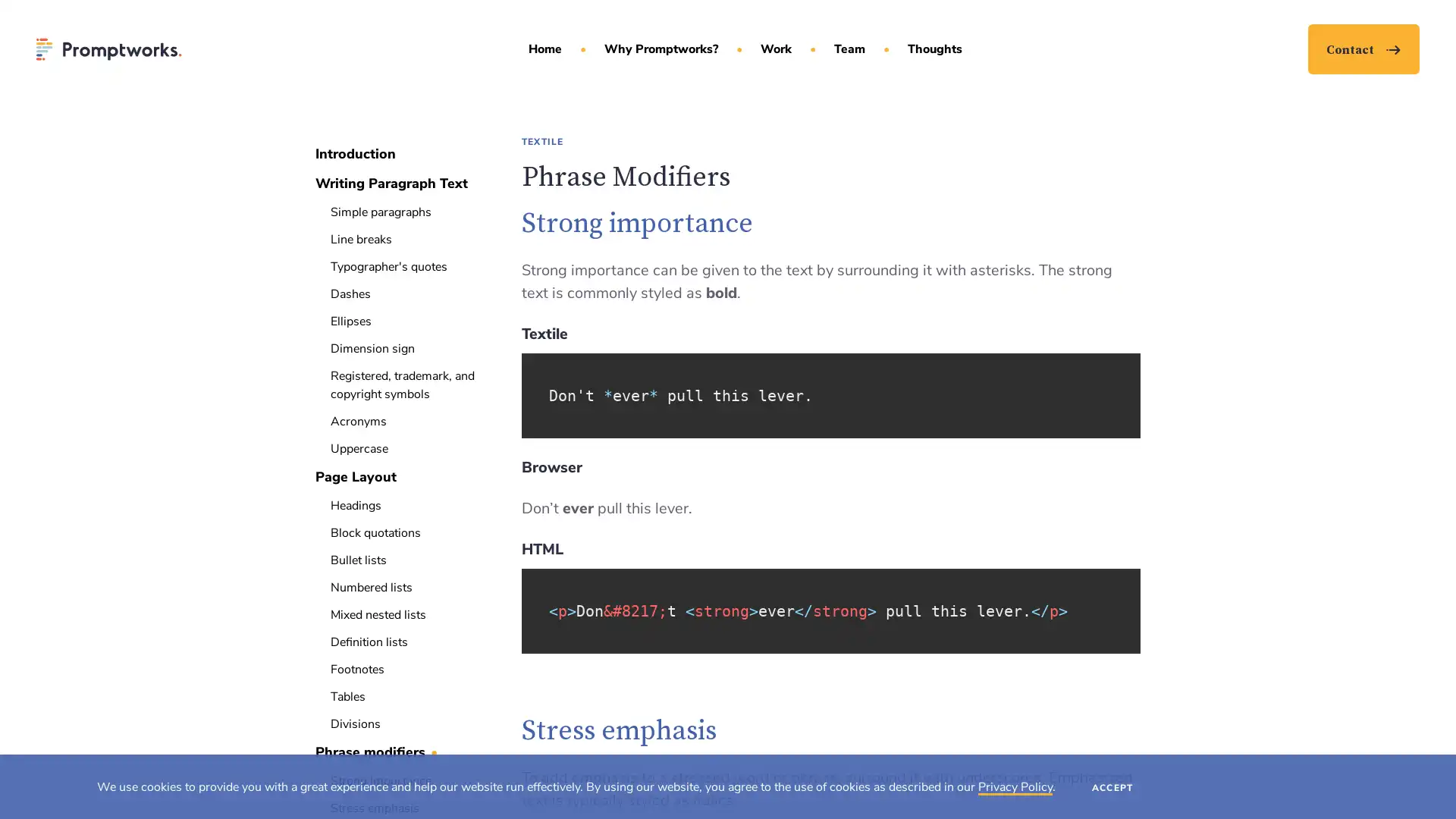 This screenshot has width=1456, height=819. What do you see at coordinates (775, 49) in the screenshot?
I see `Work` at bounding box center [775, 49].